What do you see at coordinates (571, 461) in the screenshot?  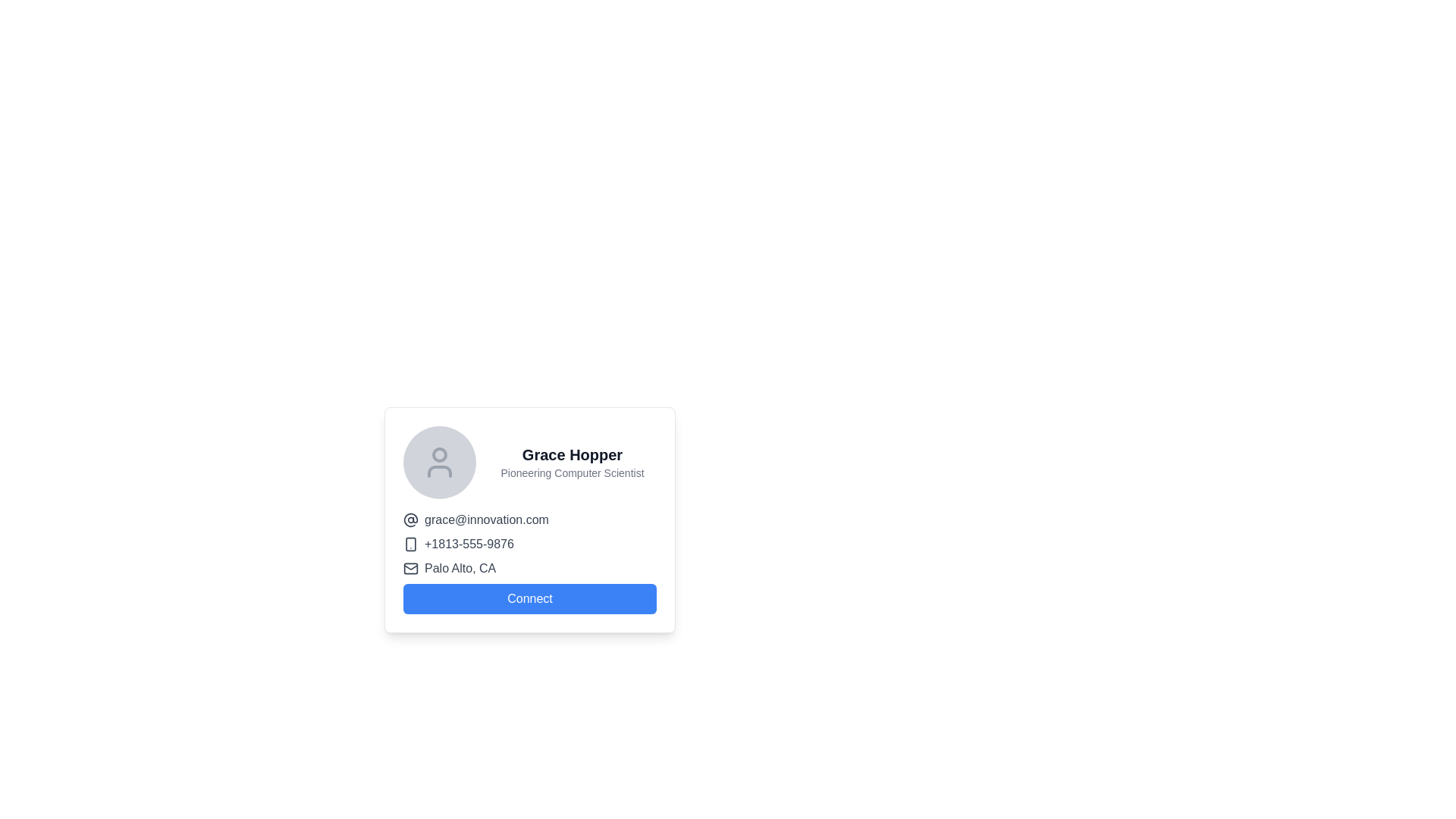 I see `the text display that shows 'Grace Hopper' and 'Pioneering Computer Scientist', located next to the circular avatar image in the profile card layout` at bounding box center [571, 461].